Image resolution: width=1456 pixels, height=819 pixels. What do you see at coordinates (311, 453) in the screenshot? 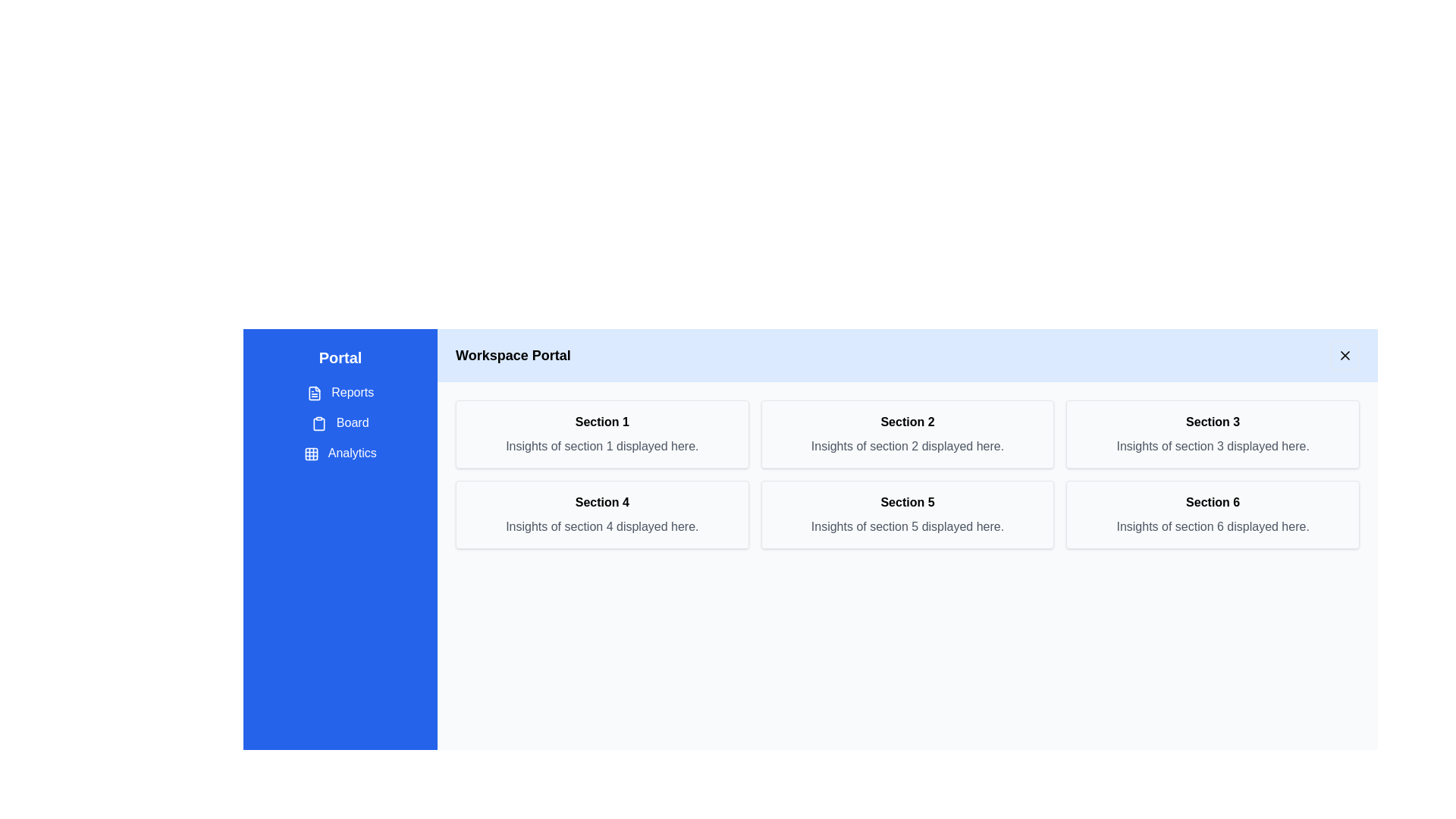
I see `the square-shaped button in the blue sidebar next` at bounding box center [311, 453].